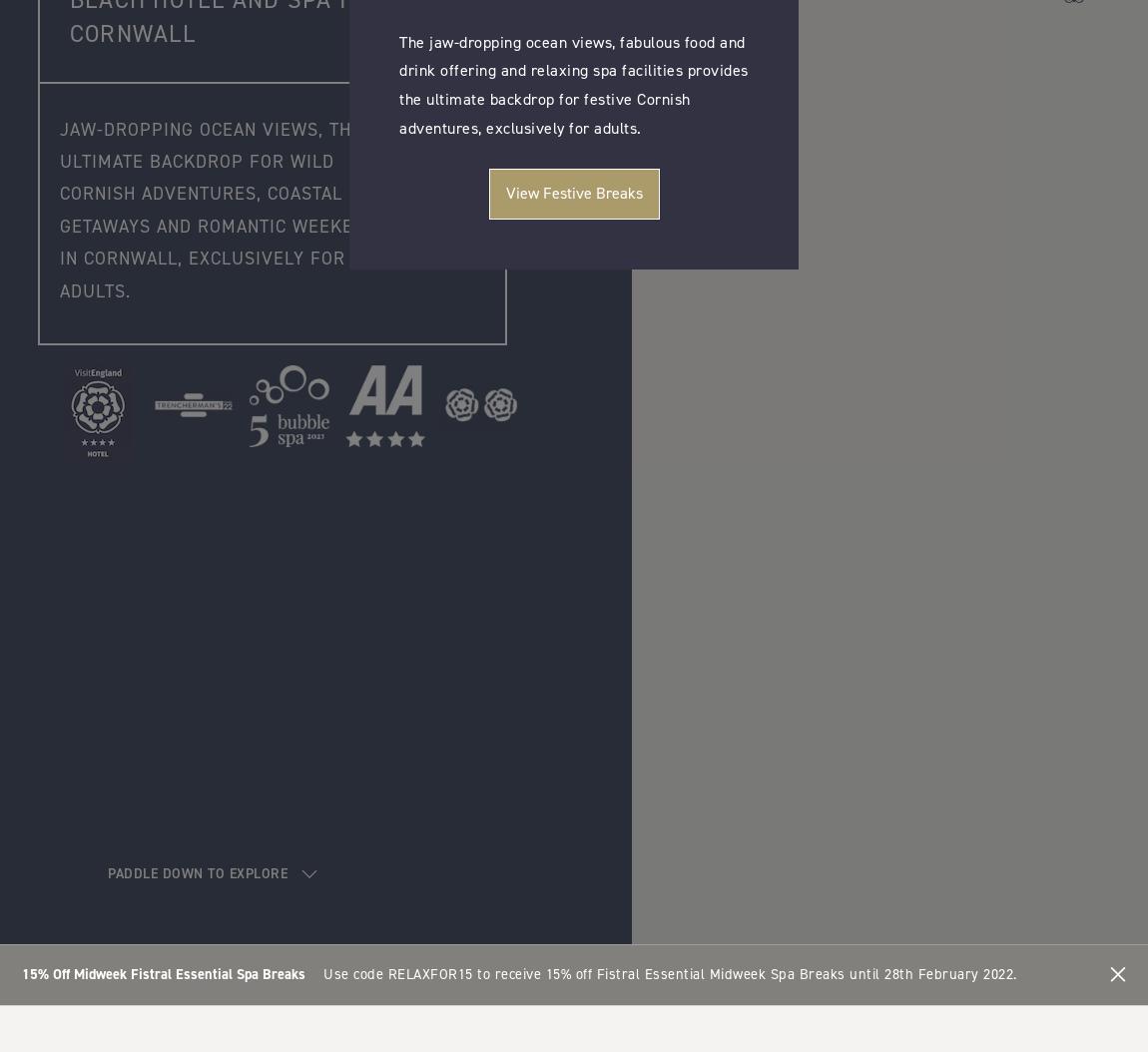 This screenshot has width=1148, height=1052. Describe the element at coordinates (573, 191) in the screenshot. I see `'View Festive Breaks'` at that location.